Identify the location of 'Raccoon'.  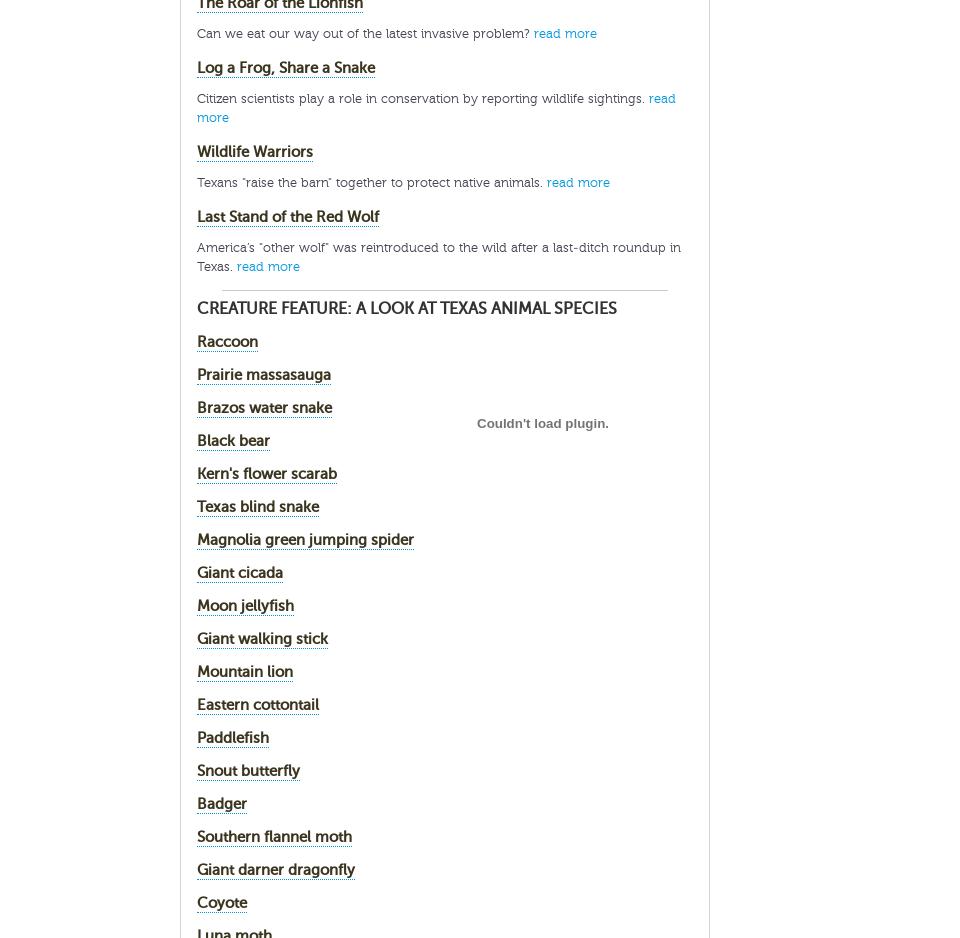
(227, 341).